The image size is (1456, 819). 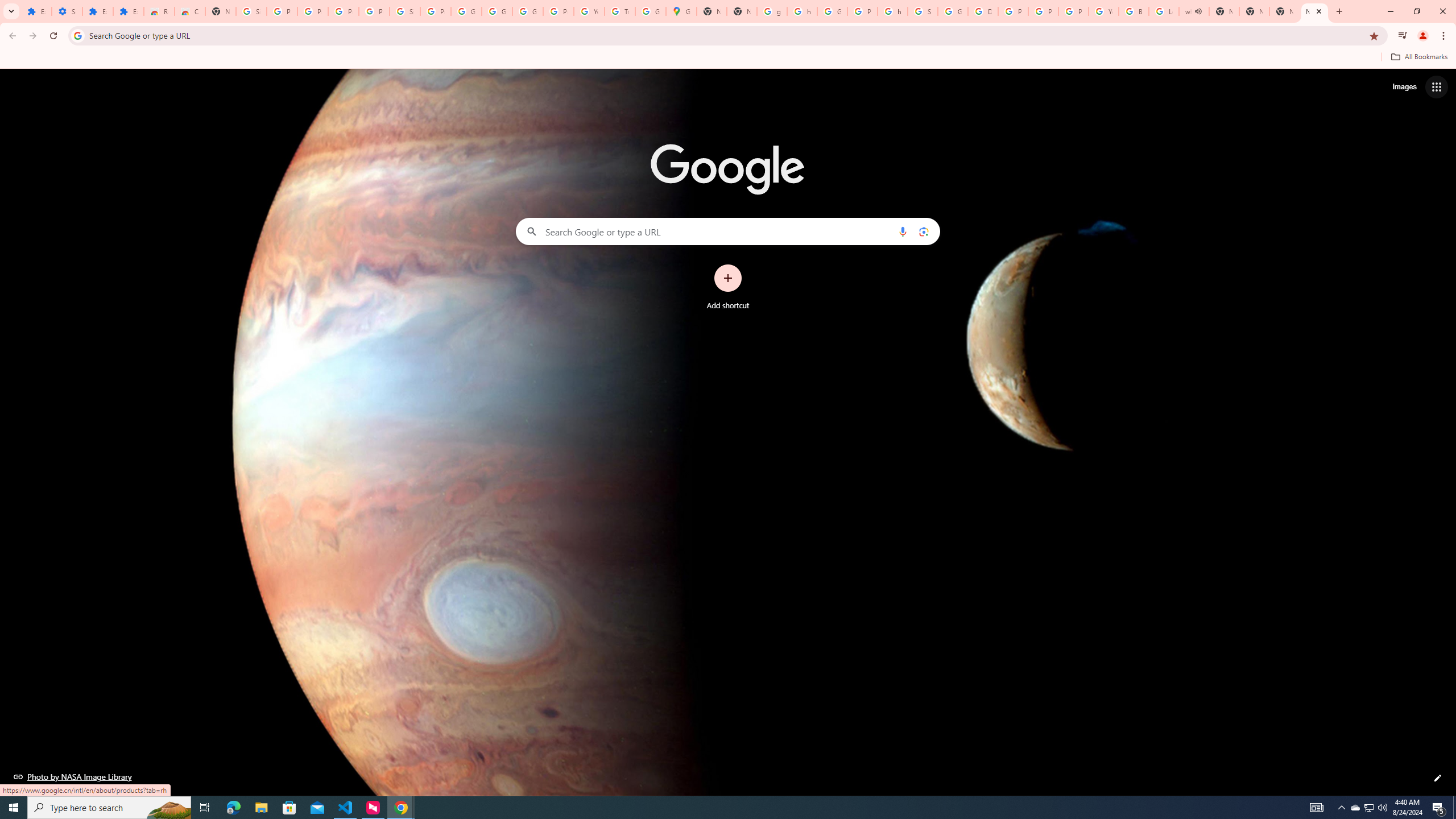 I want to click on 'Privacy Help Center - Policies Help', so click(x=1013, y=11).